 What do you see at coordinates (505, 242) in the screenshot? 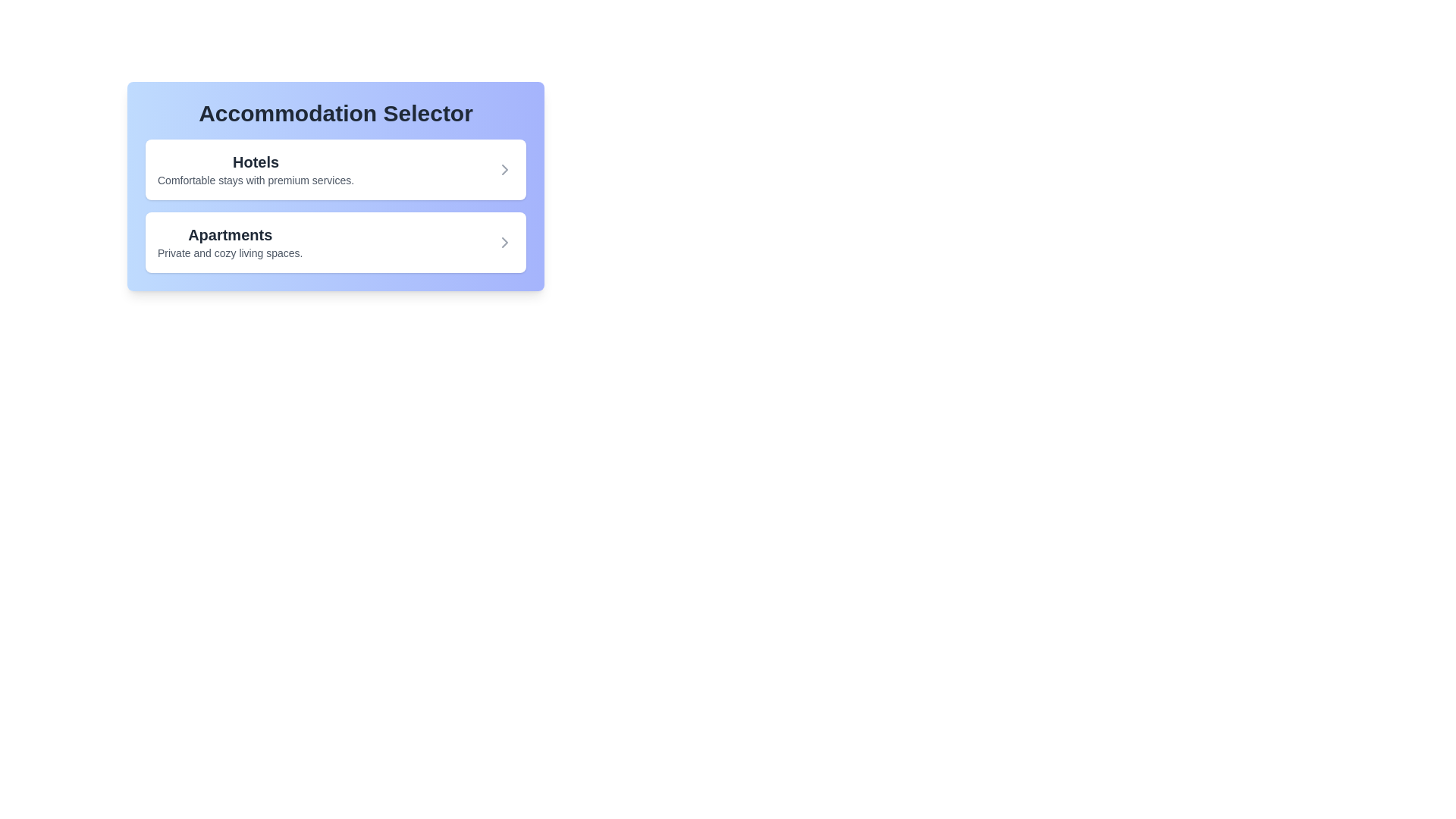
I see `the rightward-pointing chevron icon styled in light gray located in the 'Apartments' section under 'Accommodation Selector'` at bounding box center [505, 242].